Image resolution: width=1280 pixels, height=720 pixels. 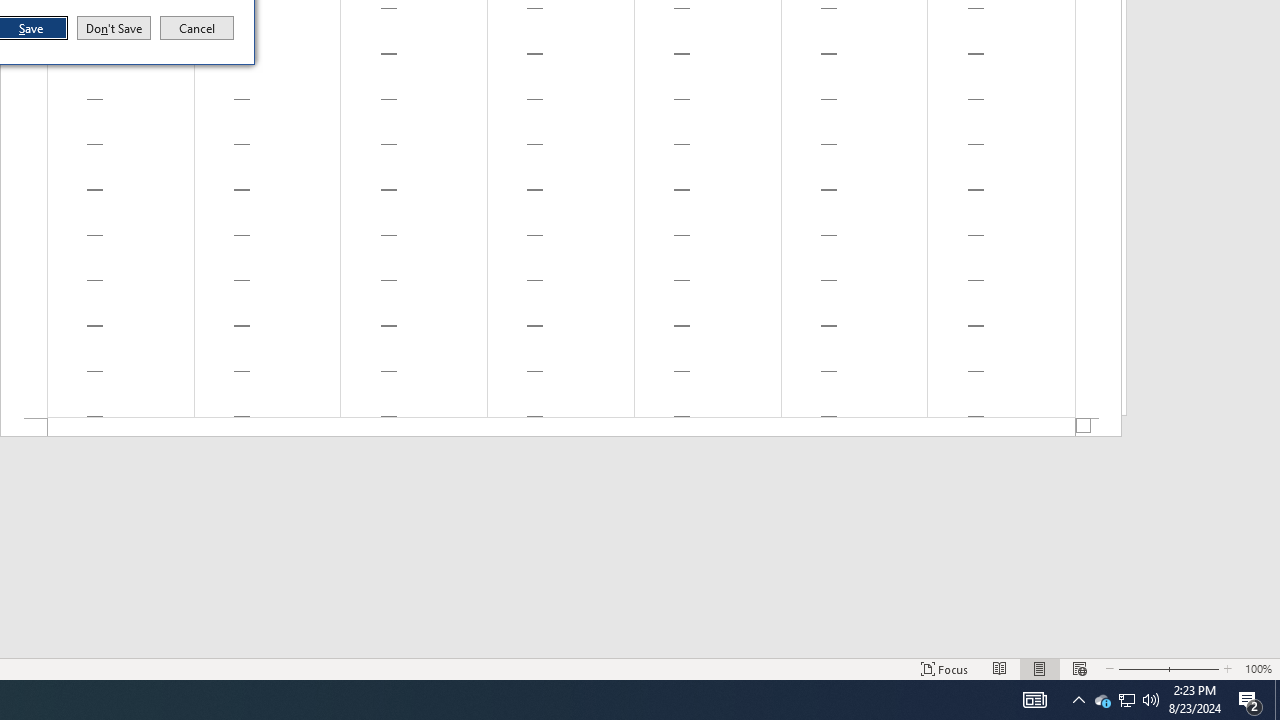 I want to click on 'Web Layout', so click(x=1040, y=669).